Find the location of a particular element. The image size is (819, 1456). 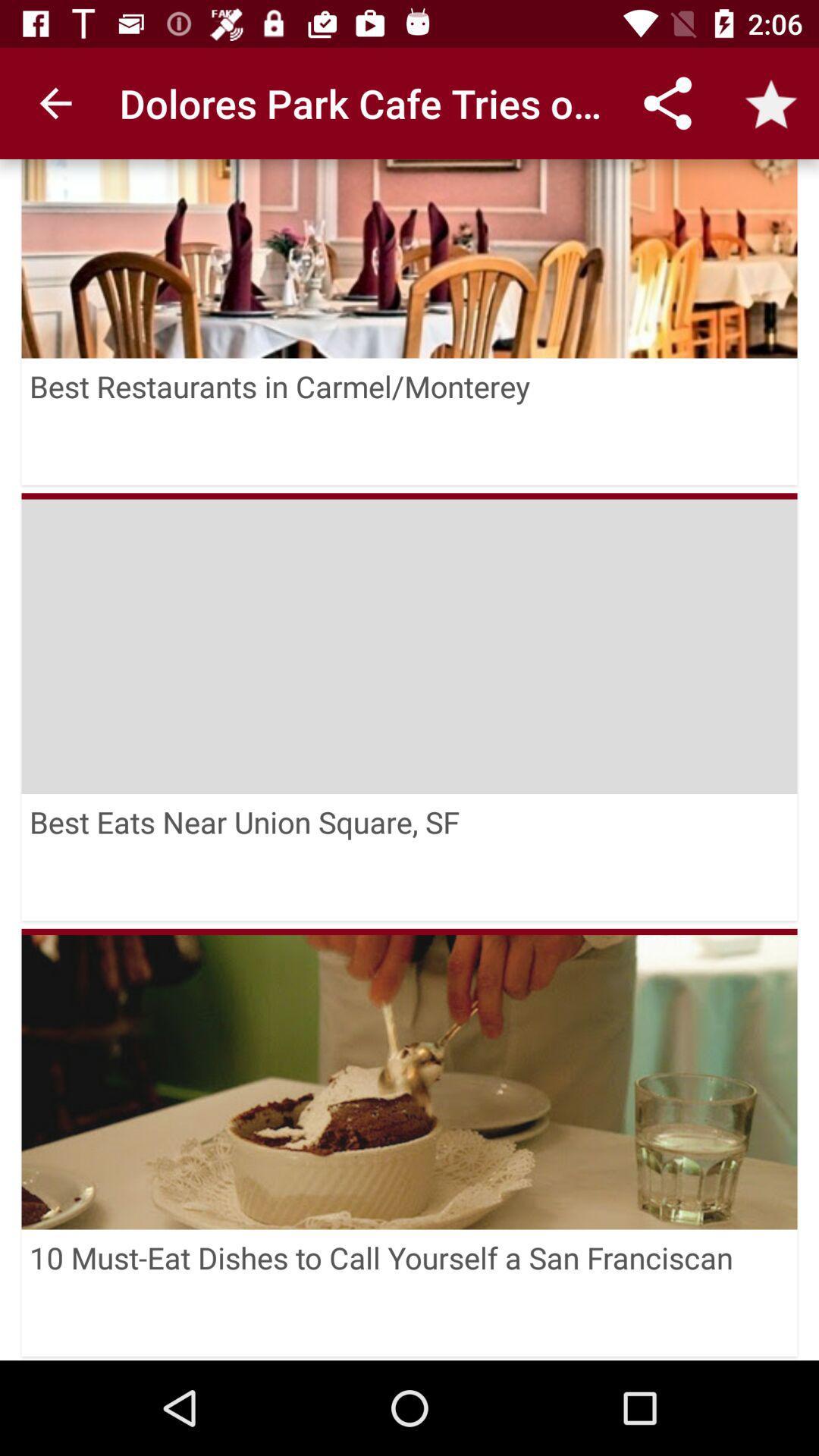

item below the best eats near item is located at coordinates (409, 1078).